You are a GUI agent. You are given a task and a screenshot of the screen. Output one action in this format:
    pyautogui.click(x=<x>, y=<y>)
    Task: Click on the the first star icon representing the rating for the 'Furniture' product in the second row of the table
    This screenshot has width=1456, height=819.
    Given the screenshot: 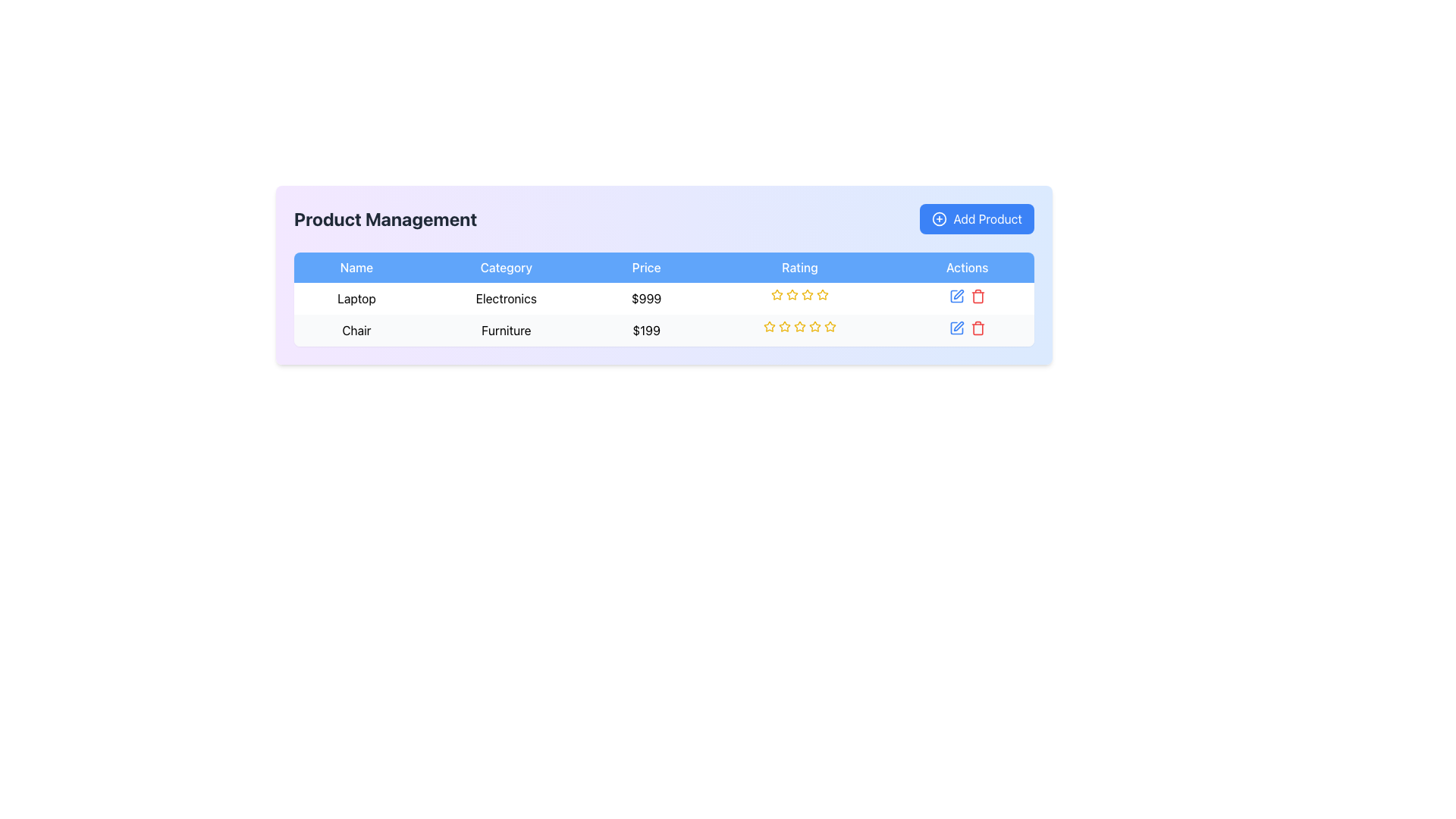 What is the action you would take?
    pyautogui.click(x=769, y=326)
    